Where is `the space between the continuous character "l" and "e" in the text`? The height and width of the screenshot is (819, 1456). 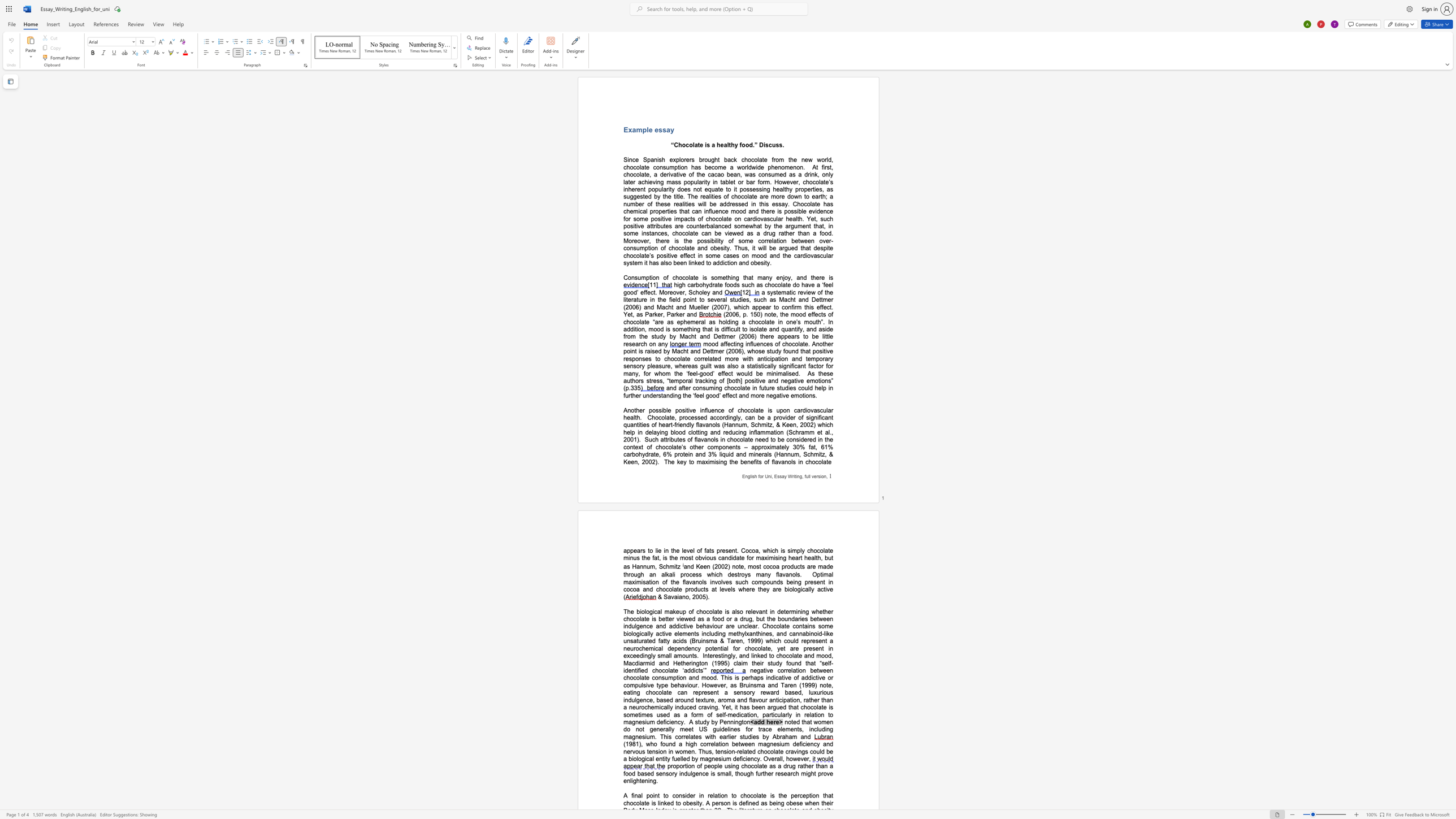
the space between the continuous character "l" and "e" in the text is located at coordinates (668, 409).